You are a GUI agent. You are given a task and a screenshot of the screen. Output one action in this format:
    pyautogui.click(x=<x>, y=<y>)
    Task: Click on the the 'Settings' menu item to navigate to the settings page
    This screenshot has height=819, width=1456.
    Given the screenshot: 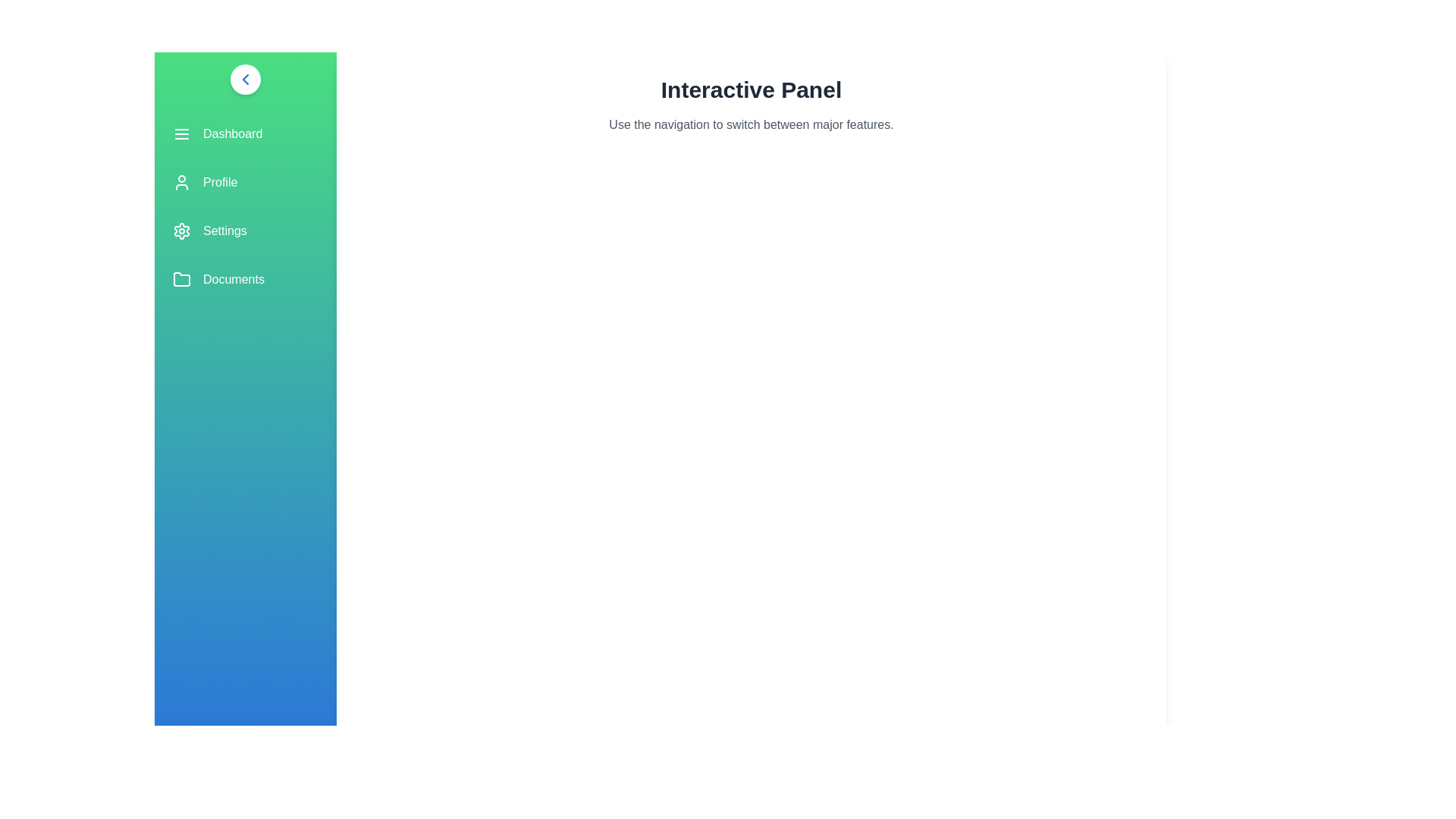 What is the action you would take?
    pyautogui.click(x=246, y=231)
    